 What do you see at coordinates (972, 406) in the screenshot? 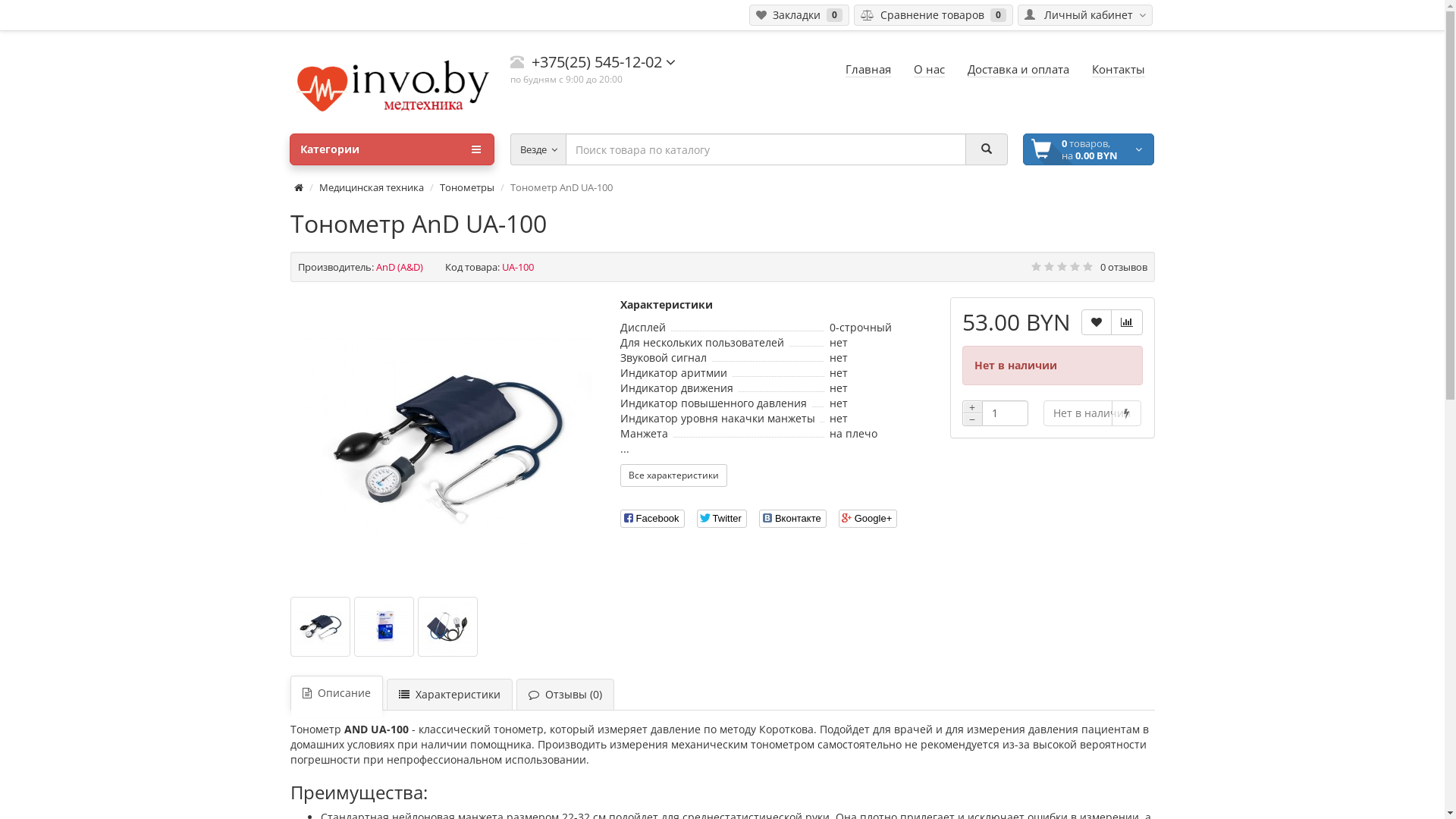
I see `'+'` at bounding box center [972, 406].